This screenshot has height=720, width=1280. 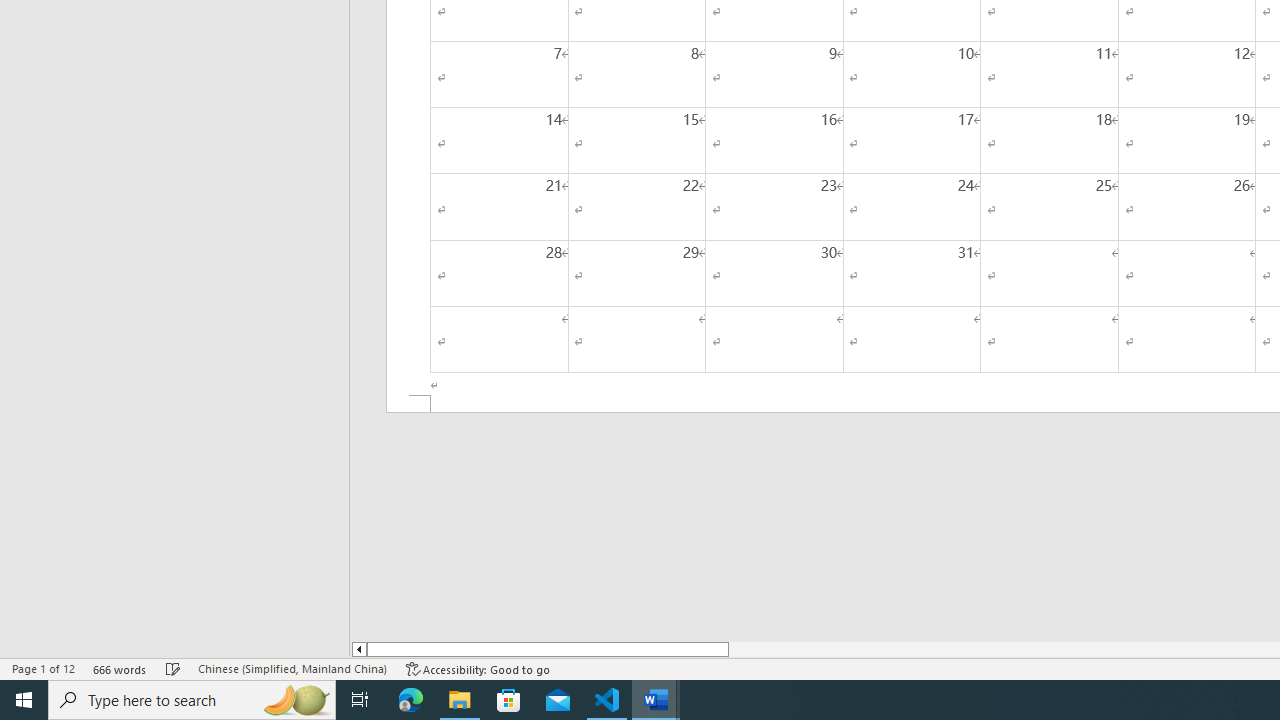 I want to click on 'Word Count 666 words', so click(x=119, y=669).